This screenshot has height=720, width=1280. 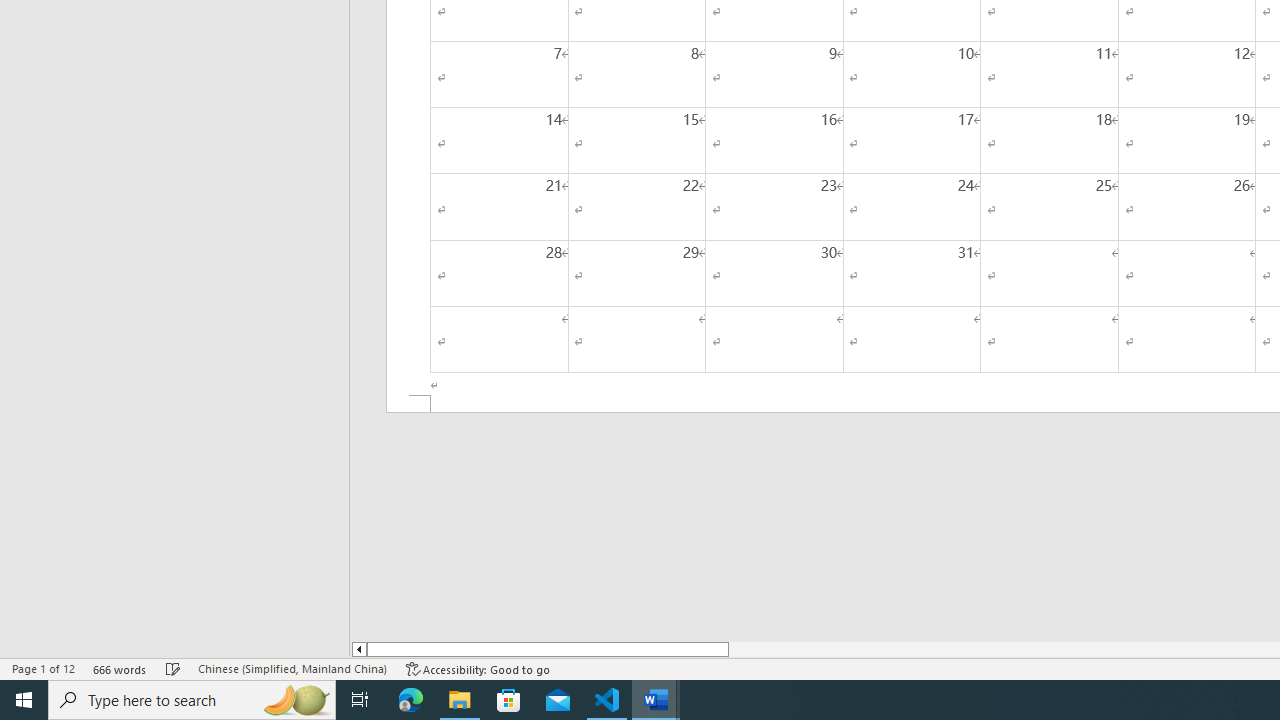 I want to click on 'Word Count 666 words', so click(x=119, y=669).